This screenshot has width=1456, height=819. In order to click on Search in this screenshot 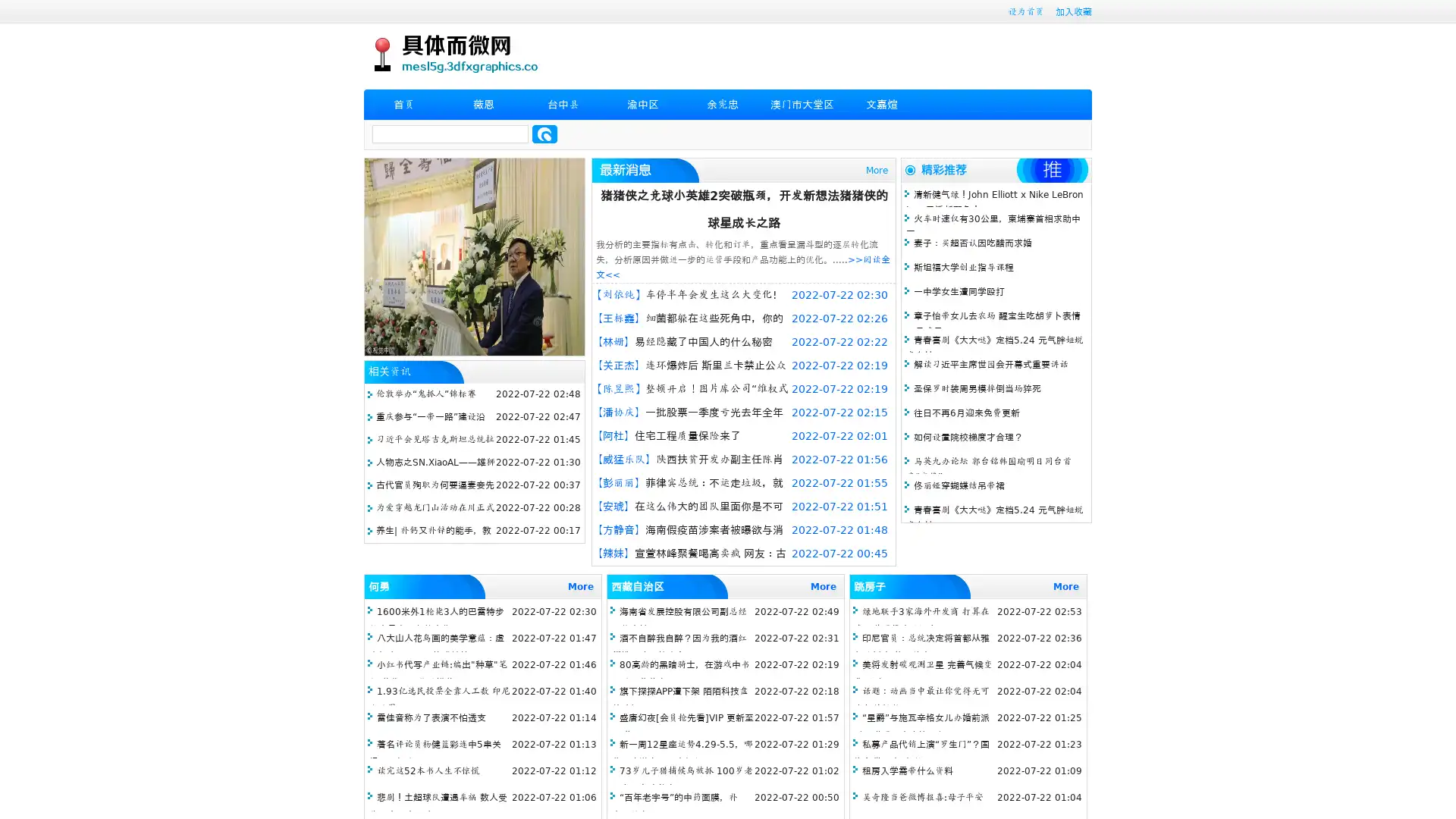, I will do `click(544, 133)`.